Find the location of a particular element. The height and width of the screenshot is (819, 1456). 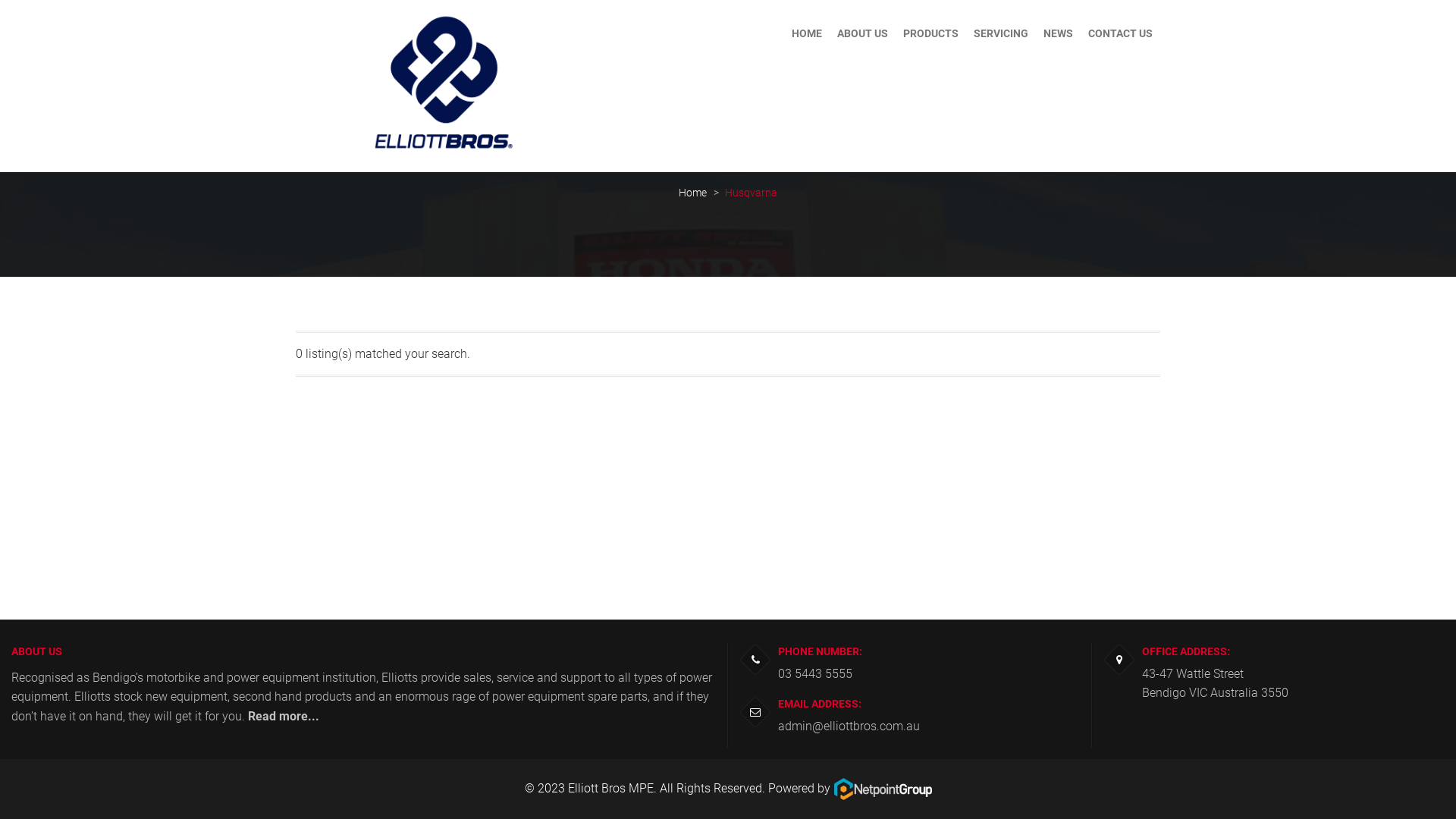

'CONTACT US' is located at coordinates (1120, 33).